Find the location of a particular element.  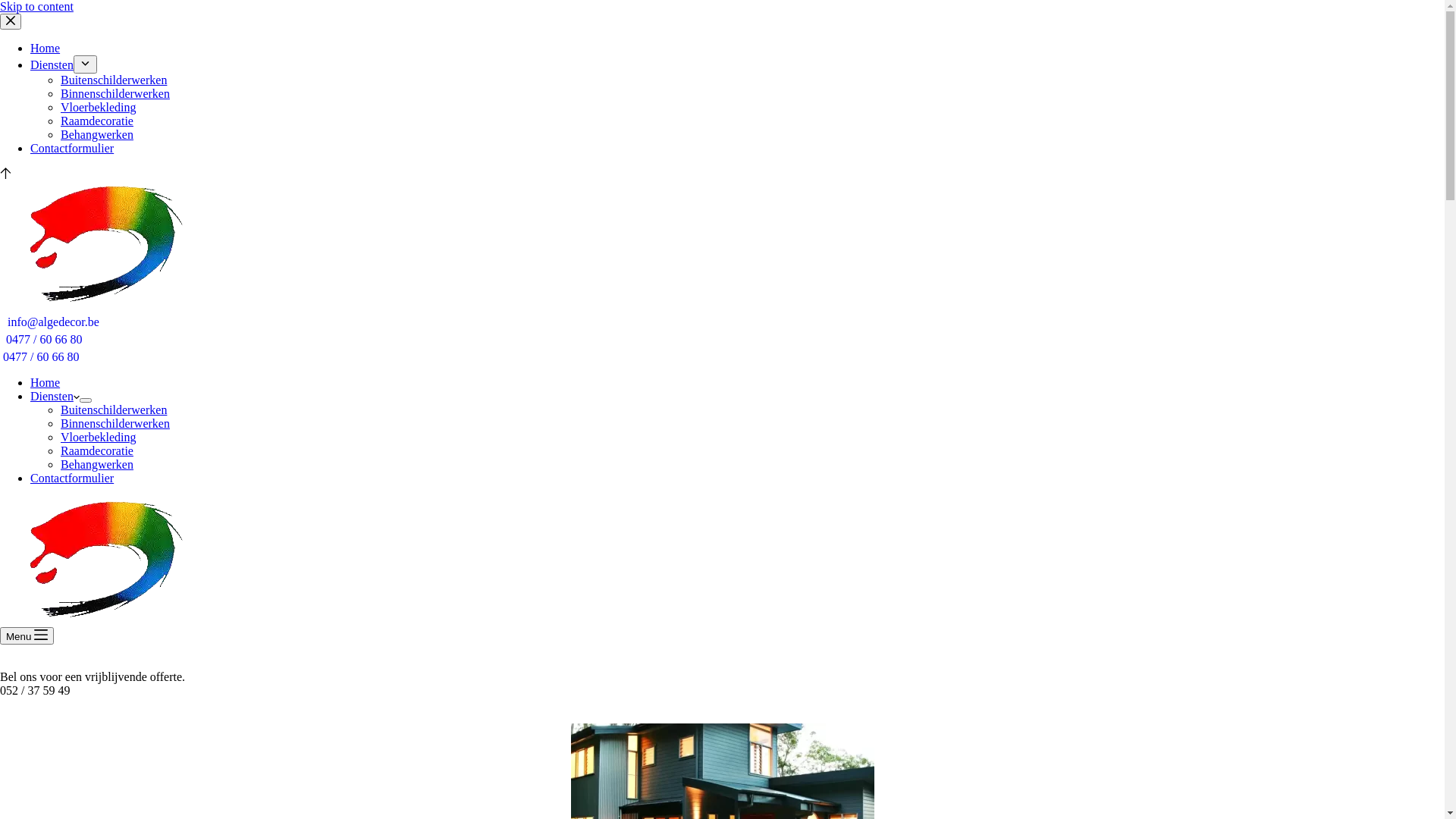

'Behangwerken' is located at coordinates (96, 133).